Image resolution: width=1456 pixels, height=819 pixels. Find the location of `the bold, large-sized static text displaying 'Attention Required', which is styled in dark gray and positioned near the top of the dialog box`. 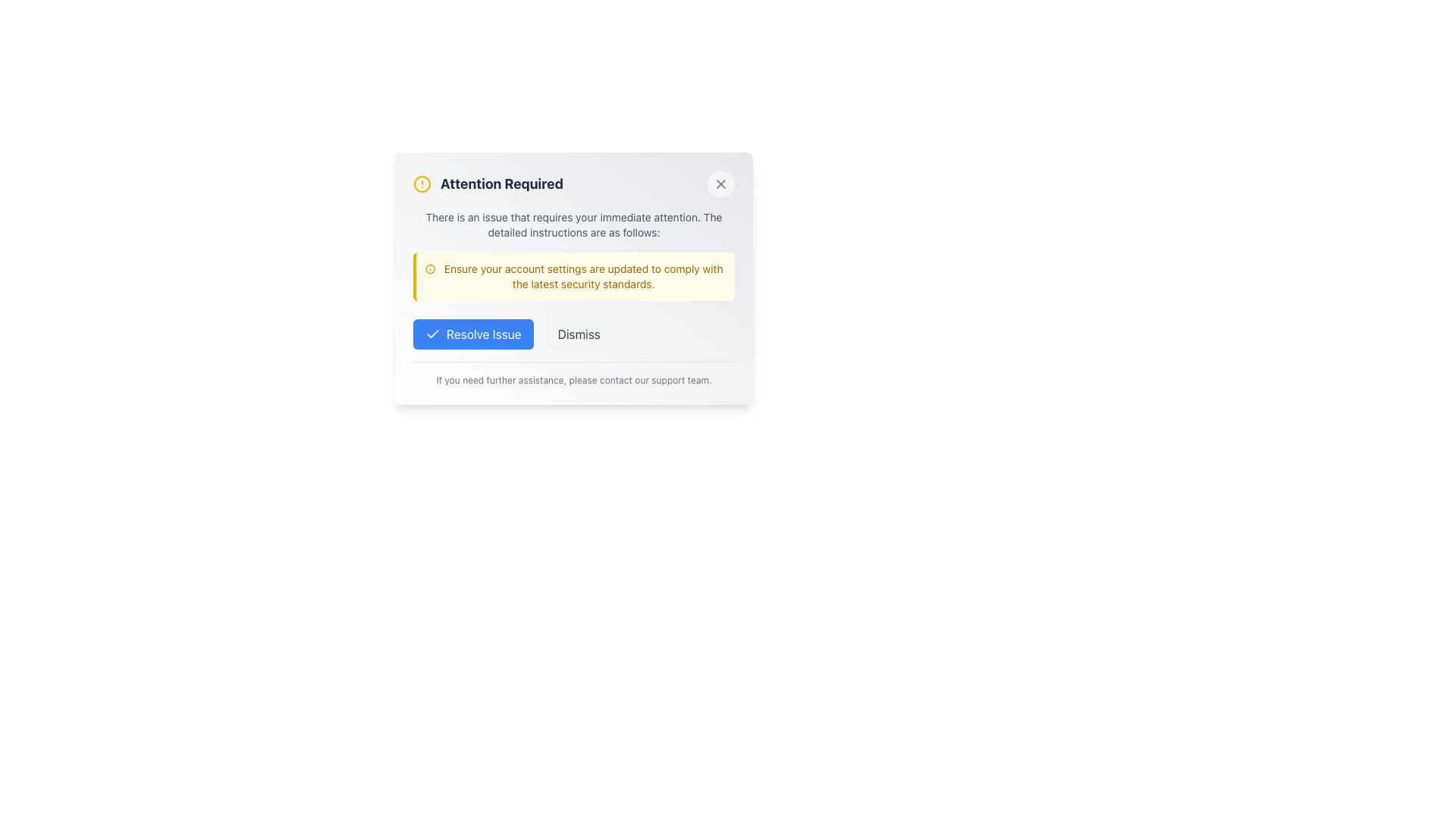

the bold, large-sized static text displaying 'Attention Required', which is styled in dark gray and positioned near the top of the dialog box is located at coordinates (502, 184).